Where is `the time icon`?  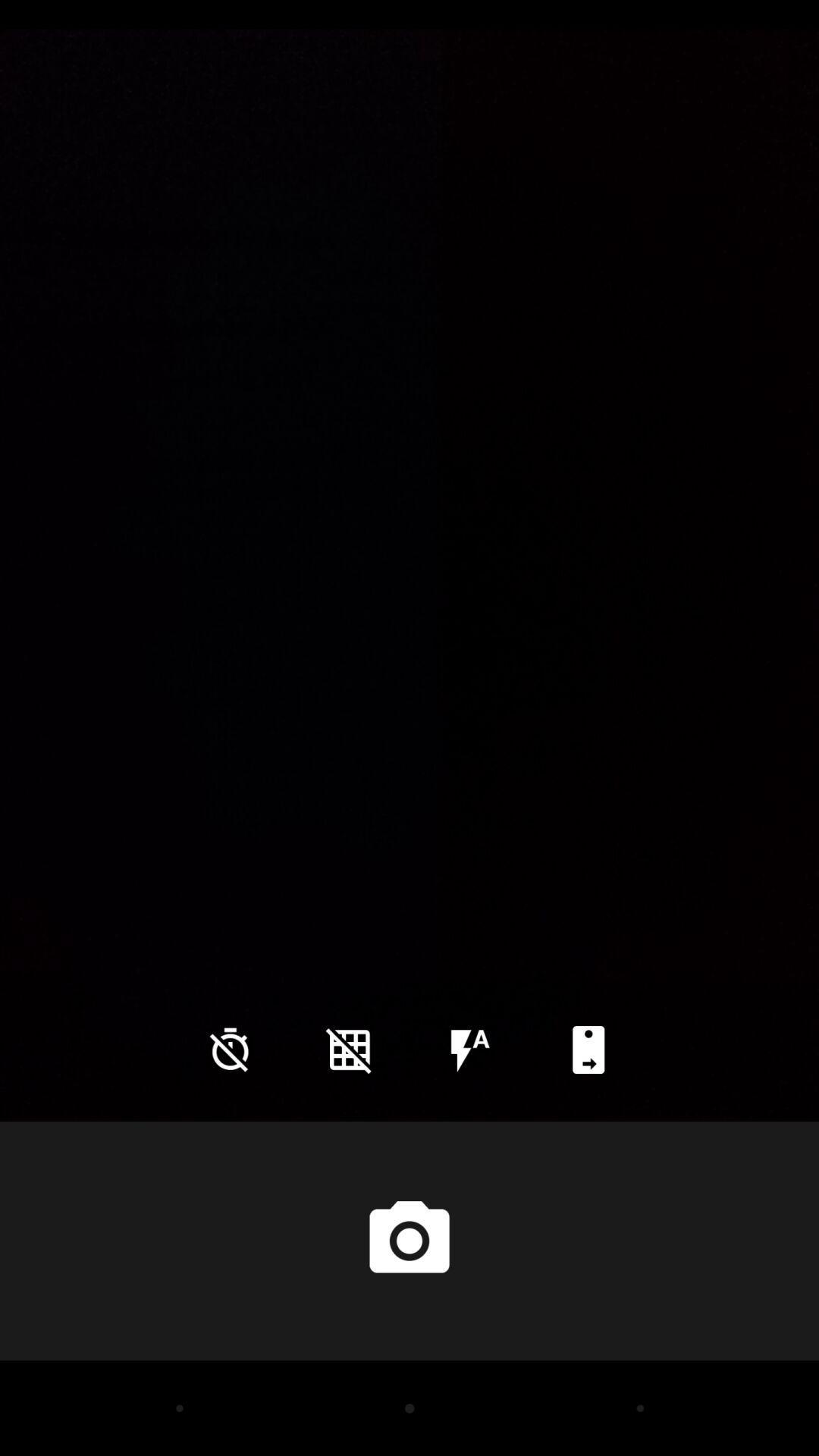
the time icon is located at coordinates (230, 1049).